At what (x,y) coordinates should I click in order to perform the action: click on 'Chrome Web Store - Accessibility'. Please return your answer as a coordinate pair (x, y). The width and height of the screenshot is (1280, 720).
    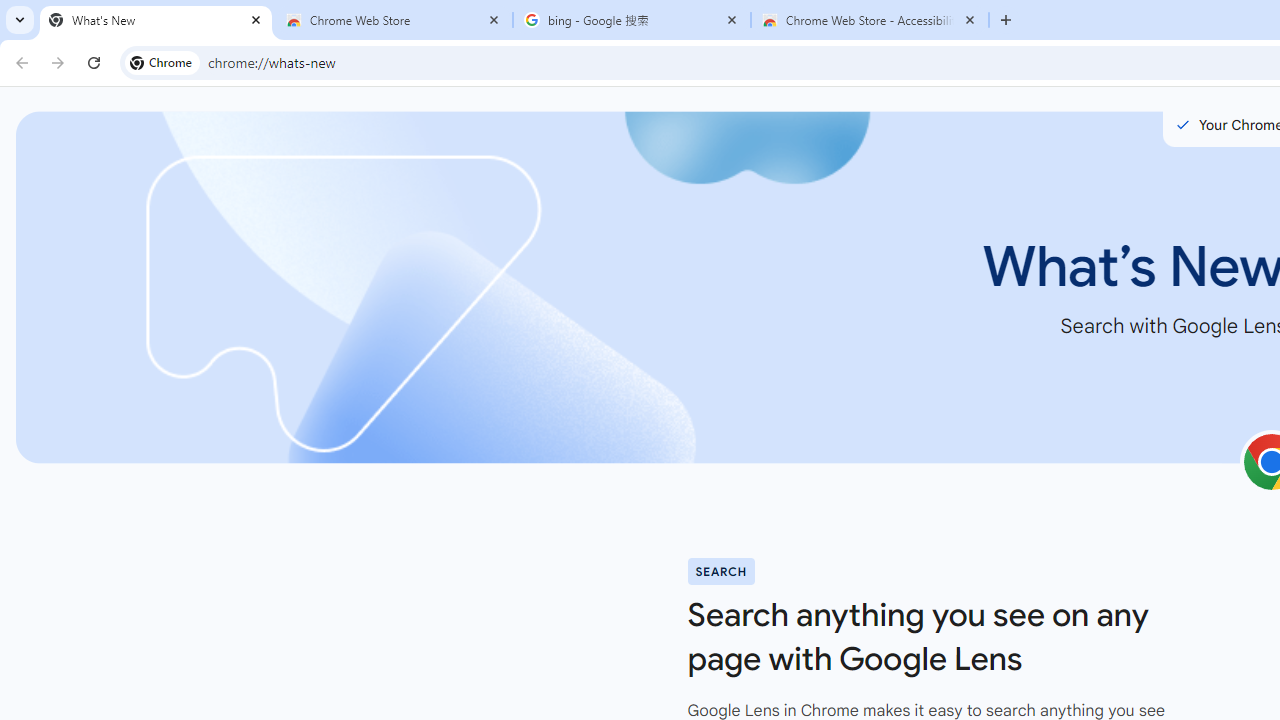
    Looking at the image, I should click on (870, 20).